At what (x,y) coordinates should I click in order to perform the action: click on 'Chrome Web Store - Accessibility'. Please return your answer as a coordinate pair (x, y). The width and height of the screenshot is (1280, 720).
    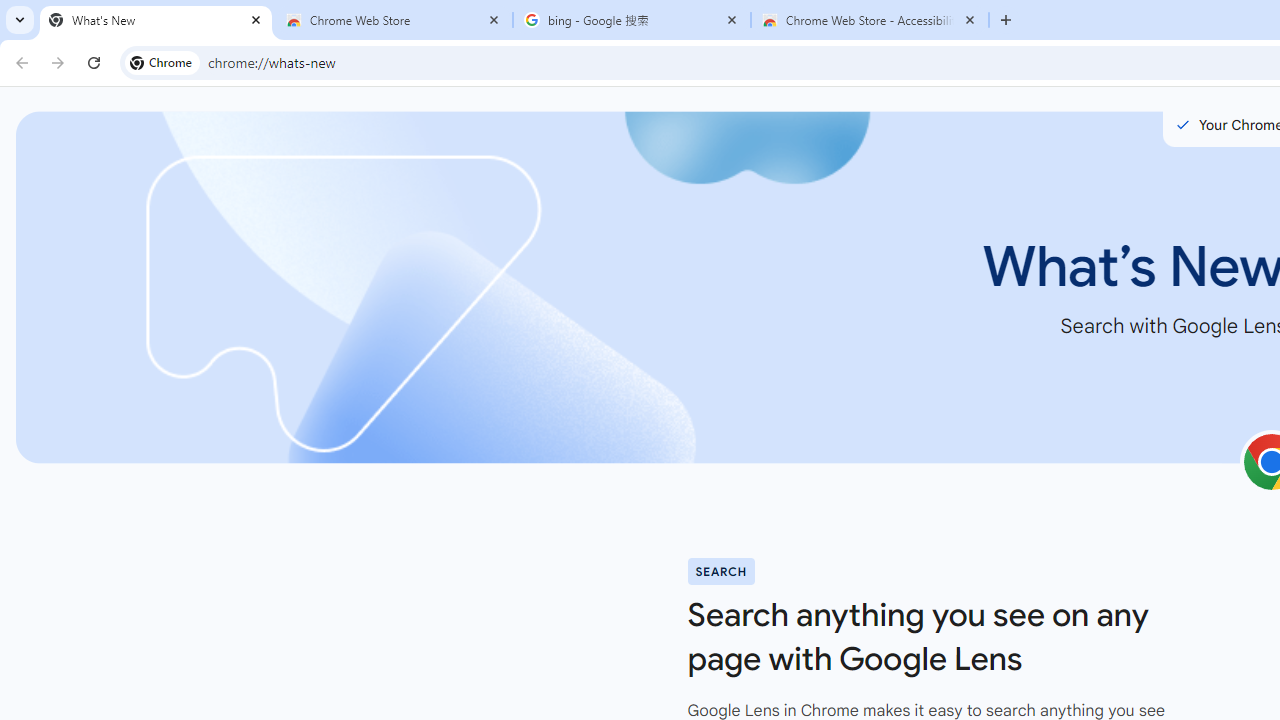
    Looking at the image, I should click on (870, 20).